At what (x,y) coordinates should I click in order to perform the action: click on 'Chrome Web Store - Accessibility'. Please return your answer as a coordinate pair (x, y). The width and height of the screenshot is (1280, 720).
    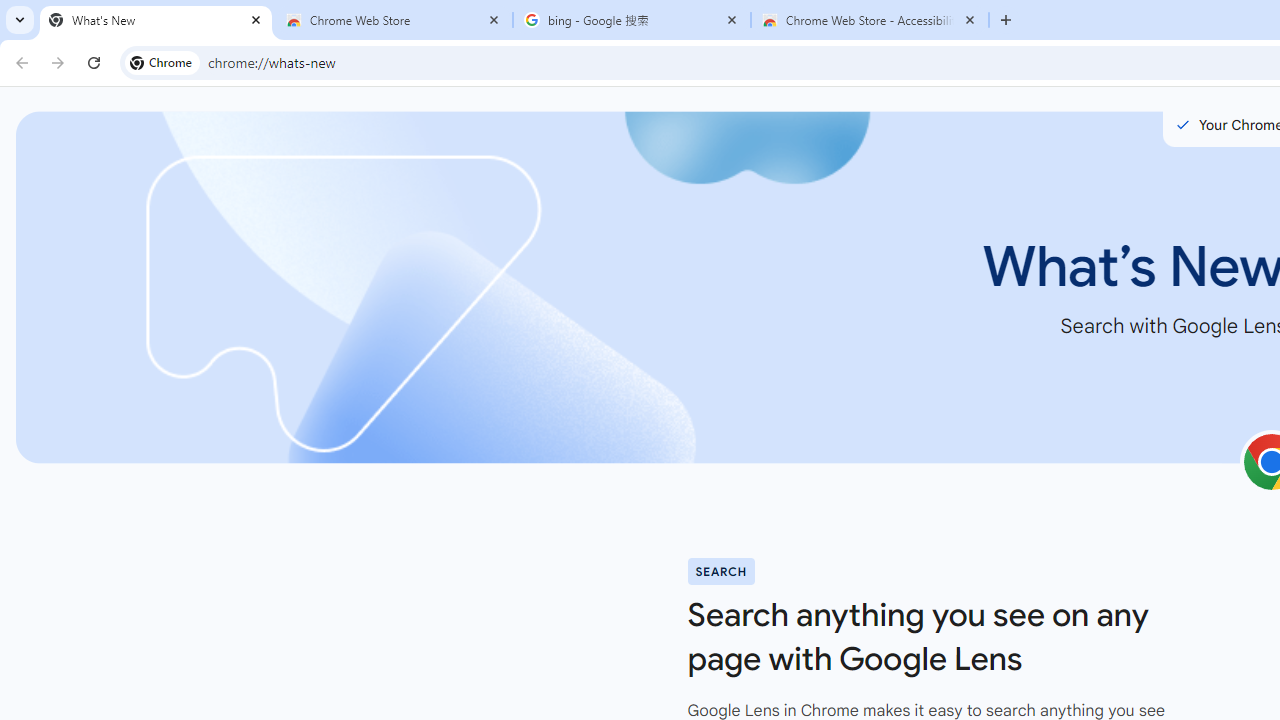
    Looking at the image, I should click on (870, 20).